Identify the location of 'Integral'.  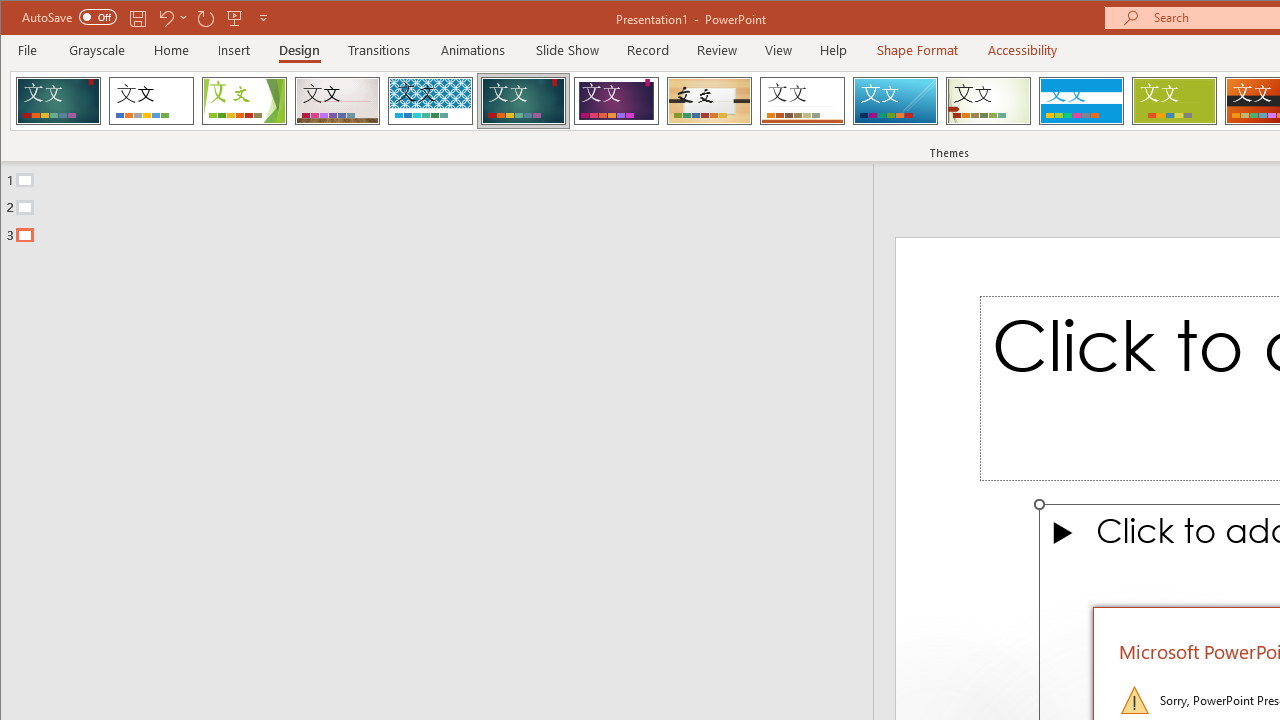
(429, 100).